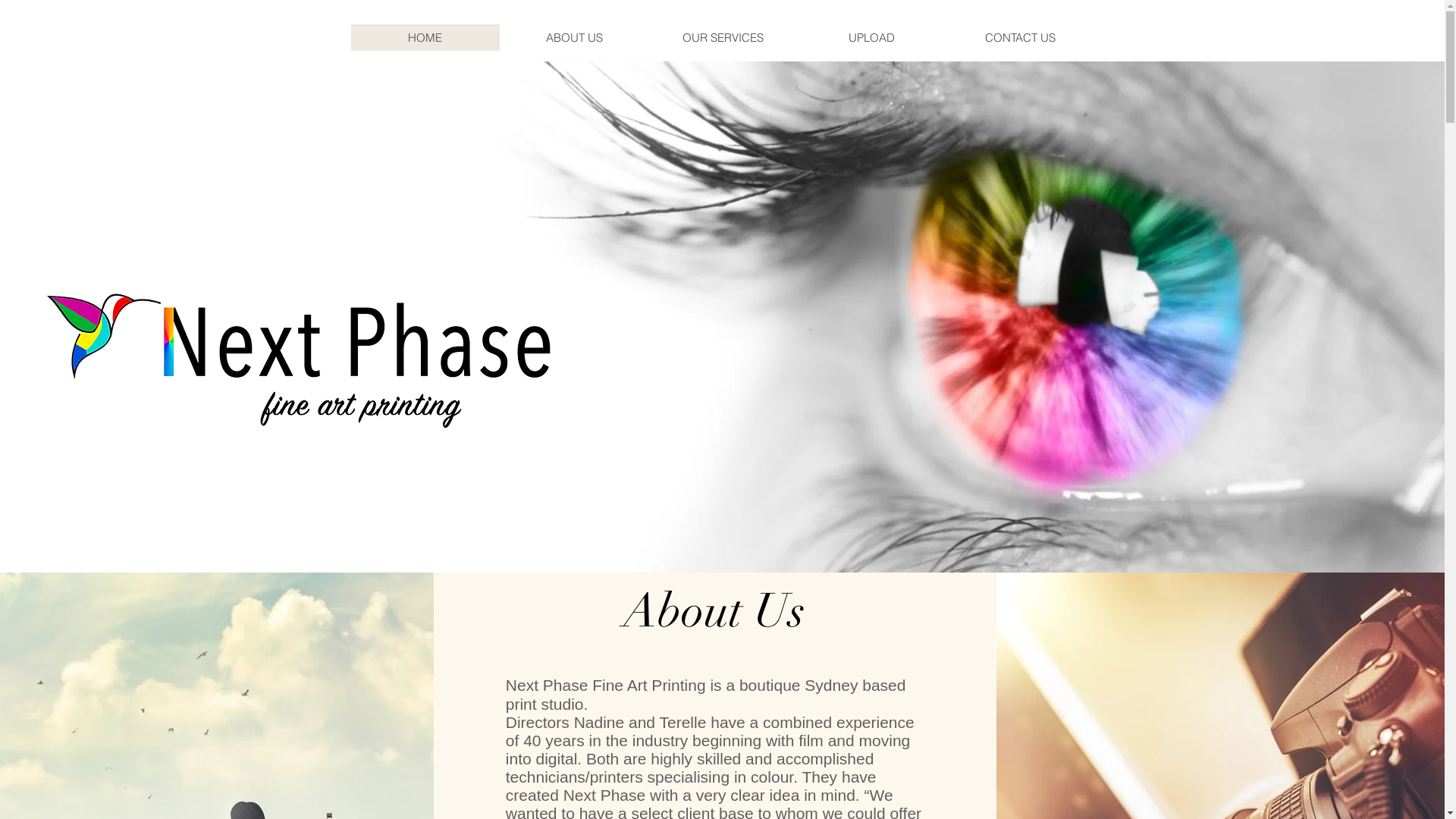 This screenshot has width=1456, height=819. What do you see at coordinates (1019, 36) in the screenshot?
I see `'CONTACT US'` at bounding box center [1019, 36].